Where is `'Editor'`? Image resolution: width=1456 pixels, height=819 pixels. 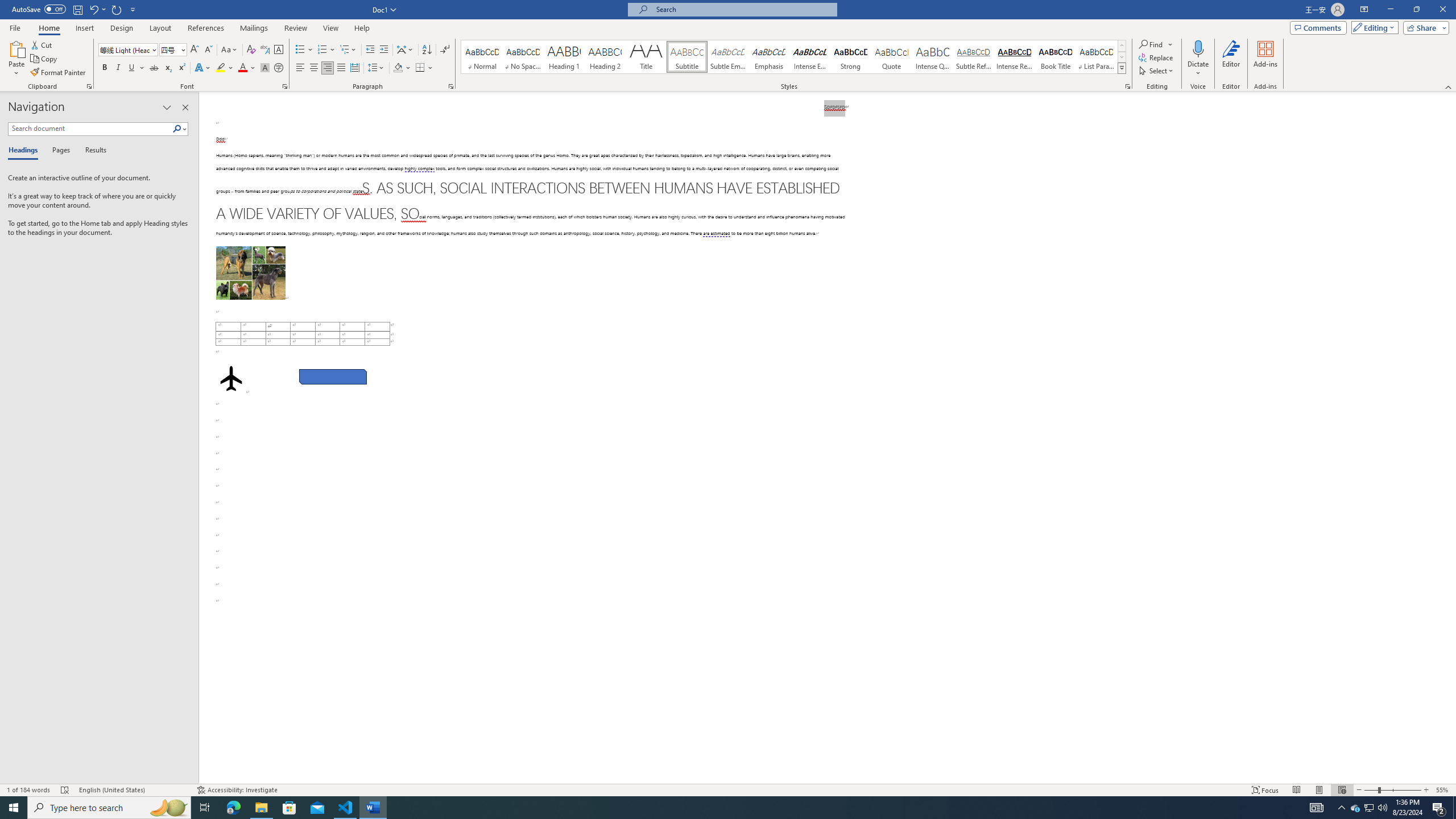
'Editor' is located at coordinates (1231, 59).